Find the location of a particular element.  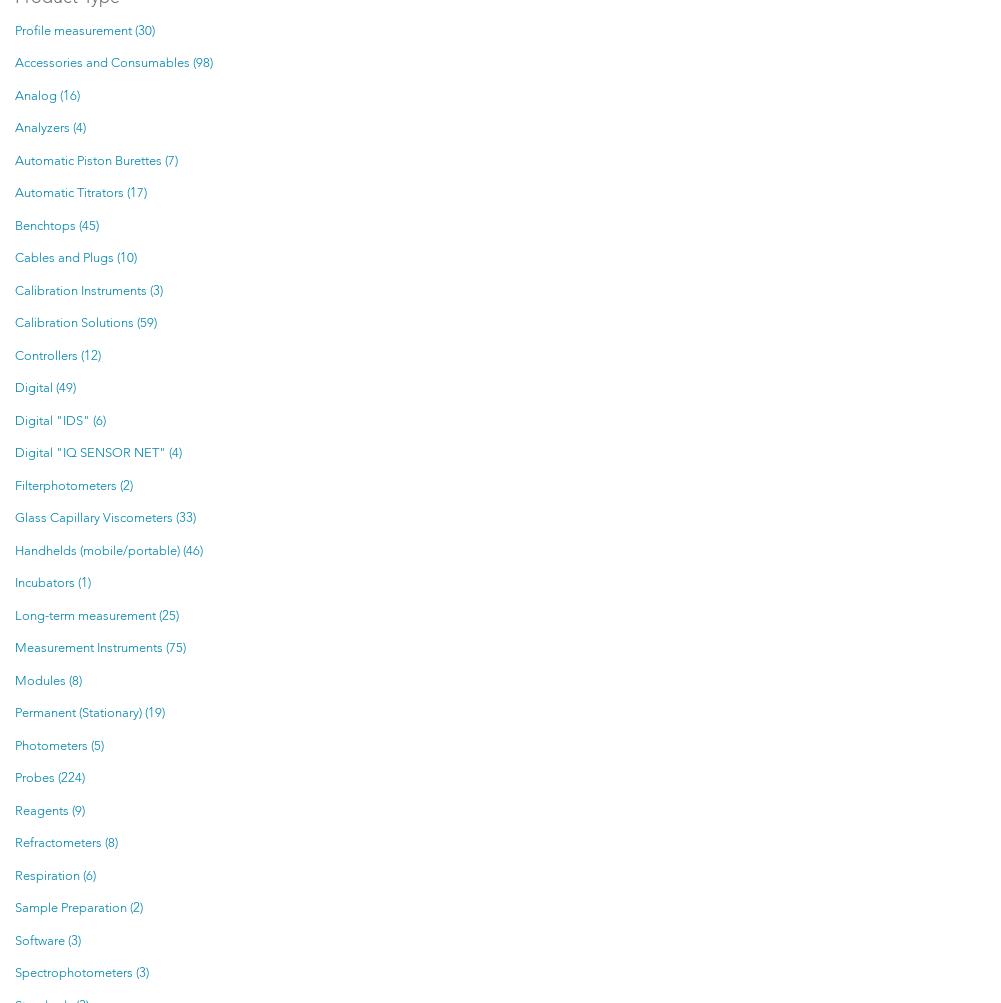

'Incubators (1)' is located at coordinates (52, 582).